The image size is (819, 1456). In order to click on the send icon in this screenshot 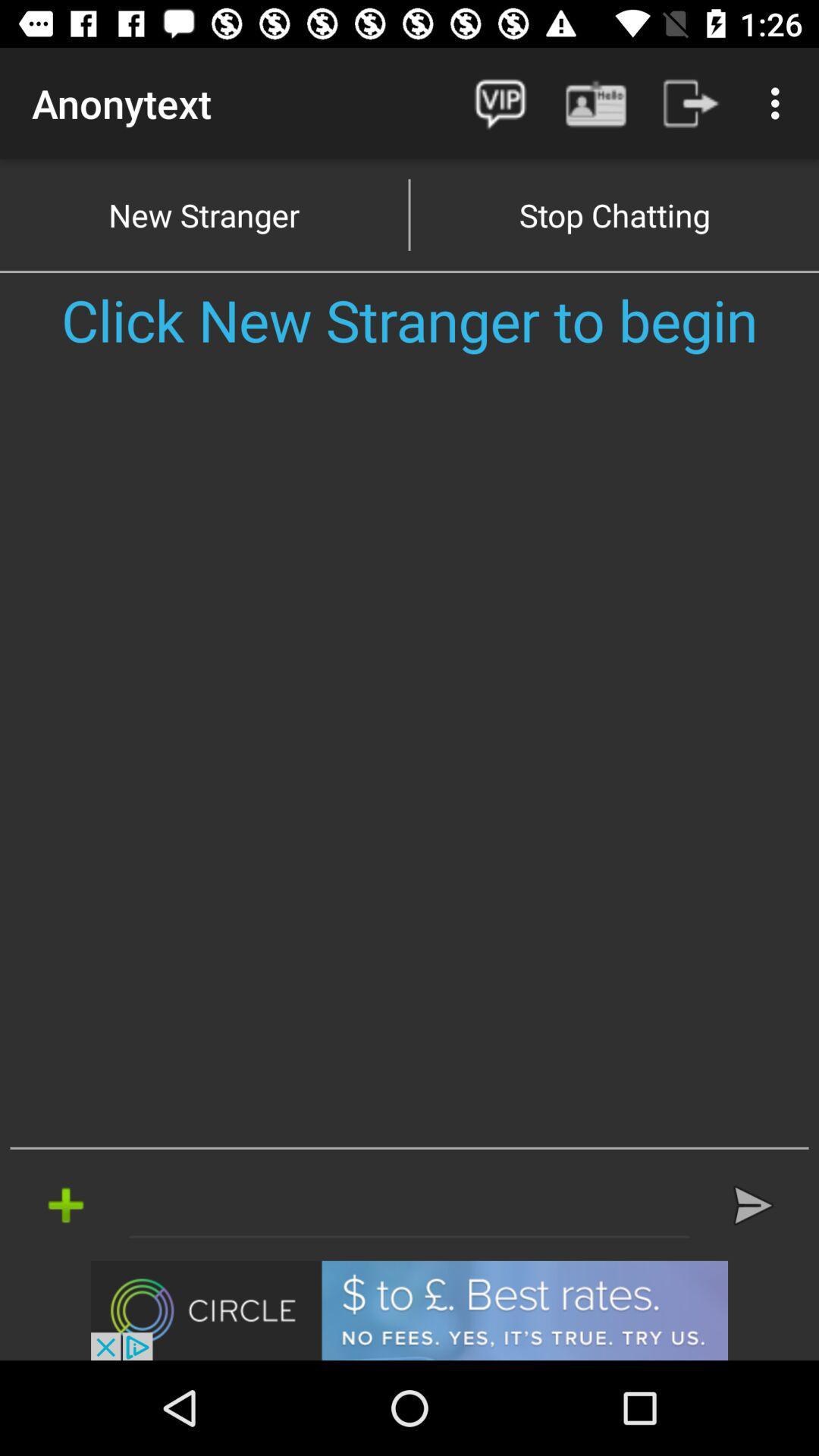, I will do `click(752, 1204)`.